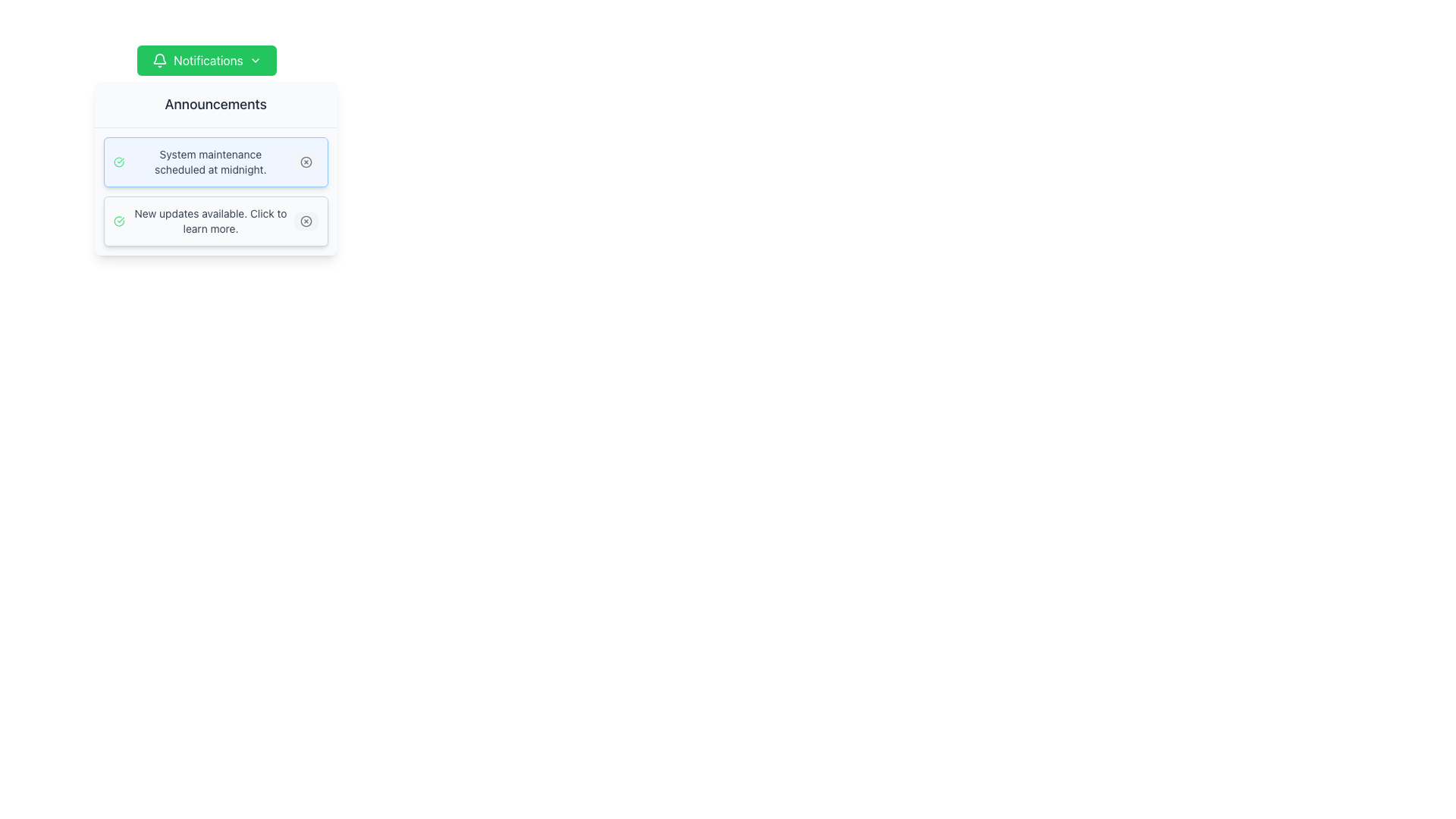  Describe the element at coordinates (305, 221) in the screenshot. I see `circular button with a crossed-out 'X' symbol for accessibility features, located to the far-right of the 'New updates available. Click to learn more.' text in the announcement box` at that location.